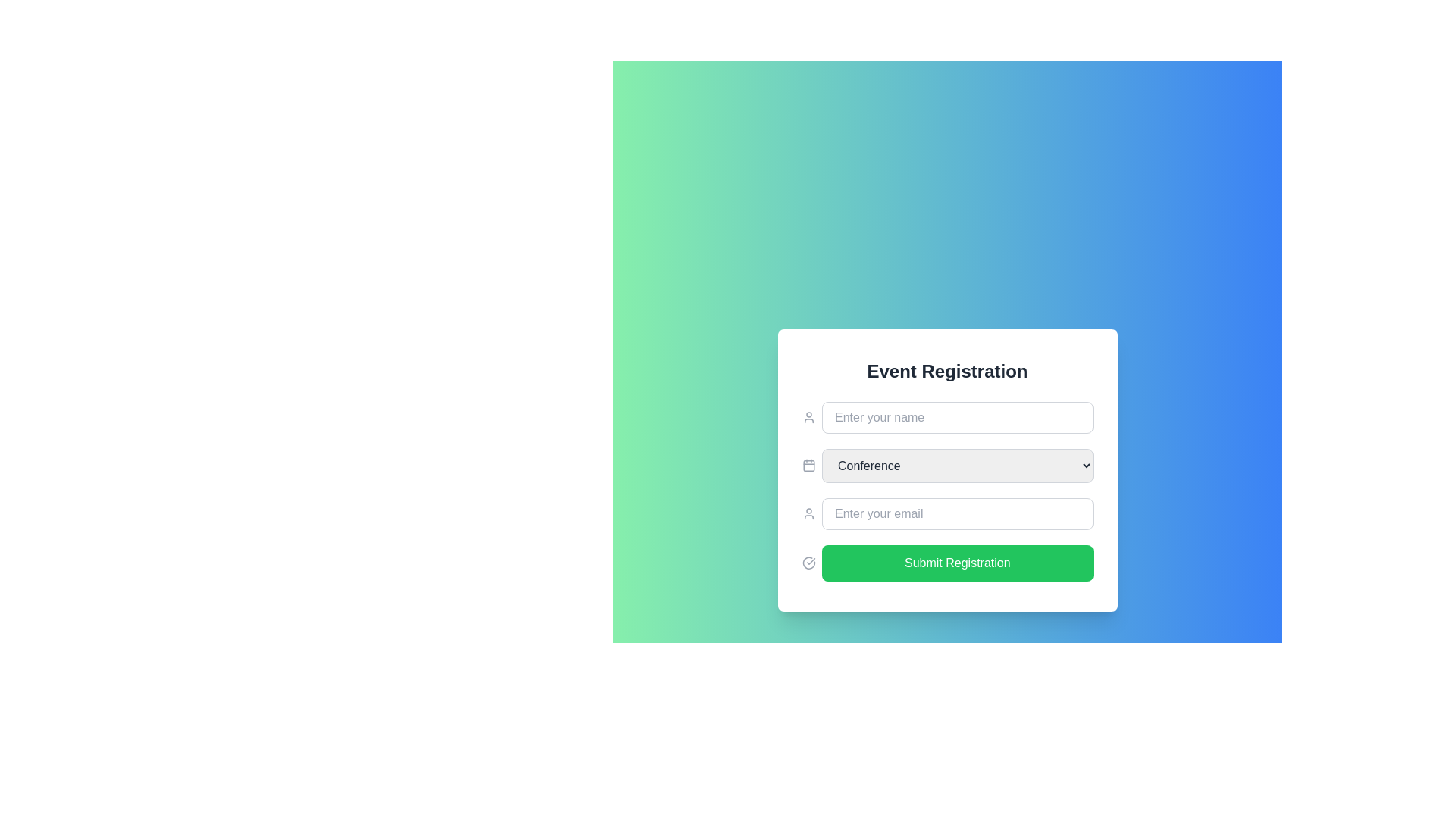 Image resolution: width=1456 pixels, height=819 pixels. I want to click on the 'Event Registration' text label, which is a bold, large-sized heading centered within a rectangle at the top of a form layout, so click(946, 371).